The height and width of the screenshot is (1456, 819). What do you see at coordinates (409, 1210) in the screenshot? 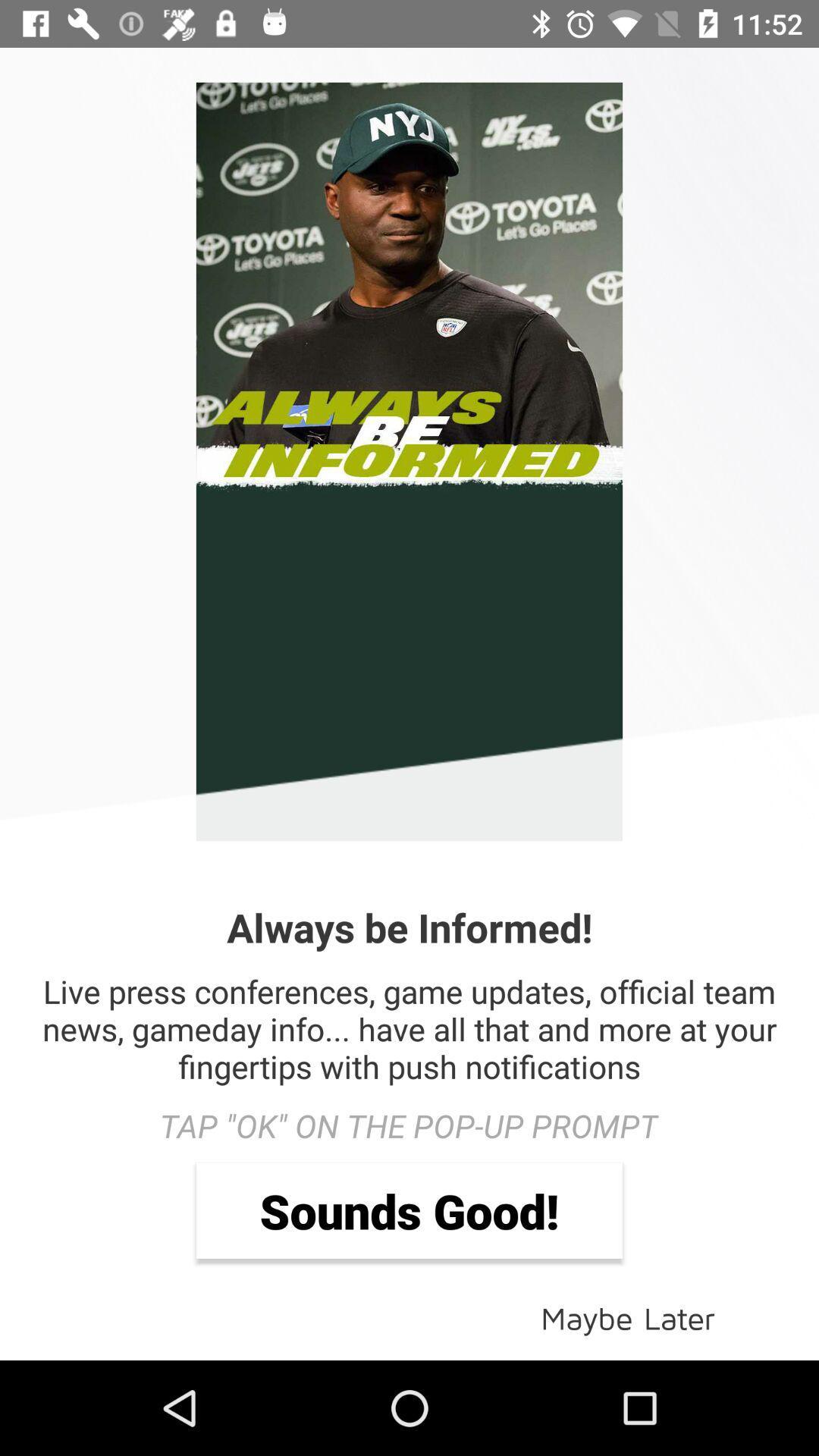
I see `item below the tap ok on icon` at bounding box center [409, 1210].